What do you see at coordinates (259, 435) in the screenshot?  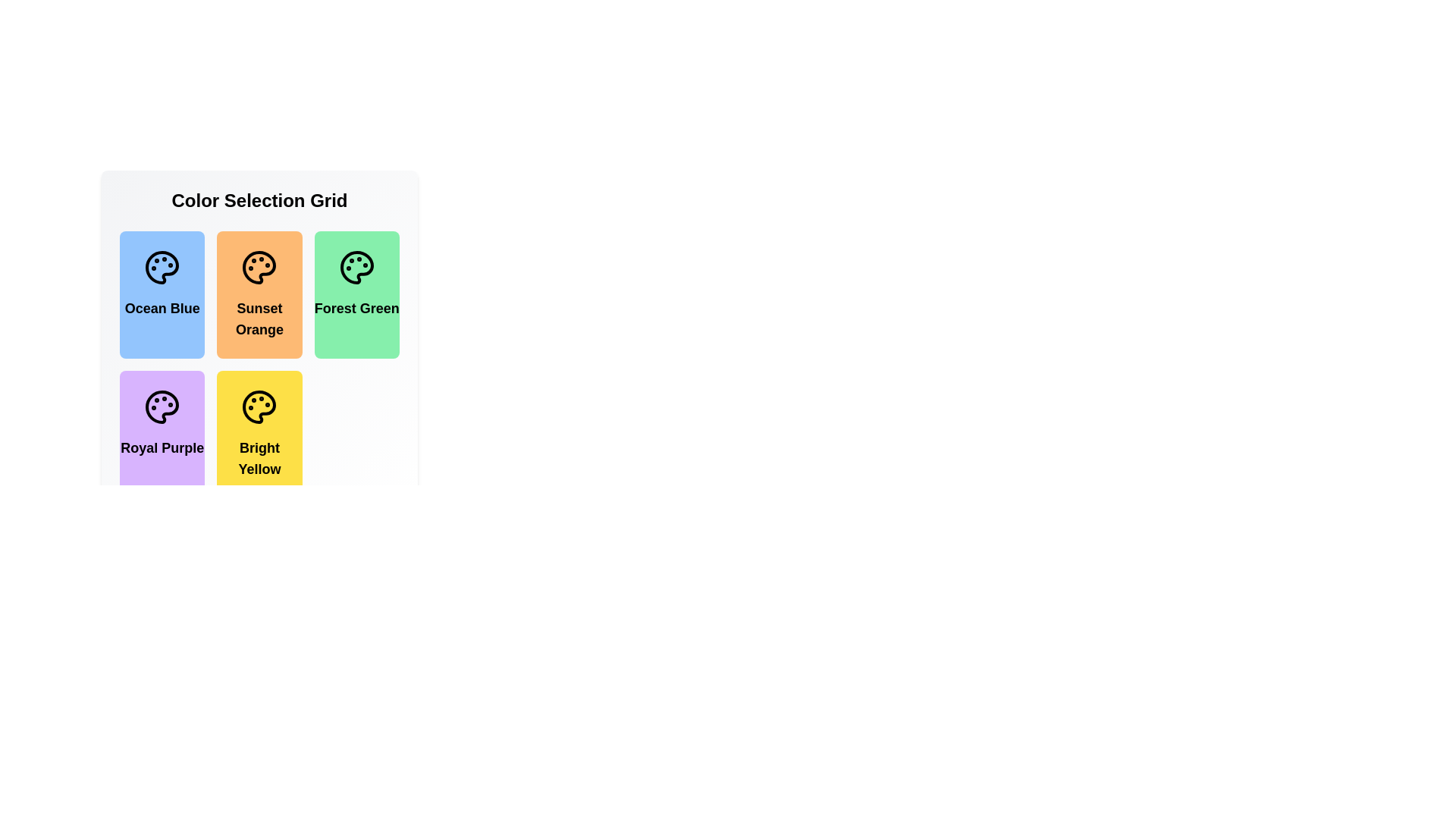 I see `the color item Bright Yellow` at bounding box center [259, 435].